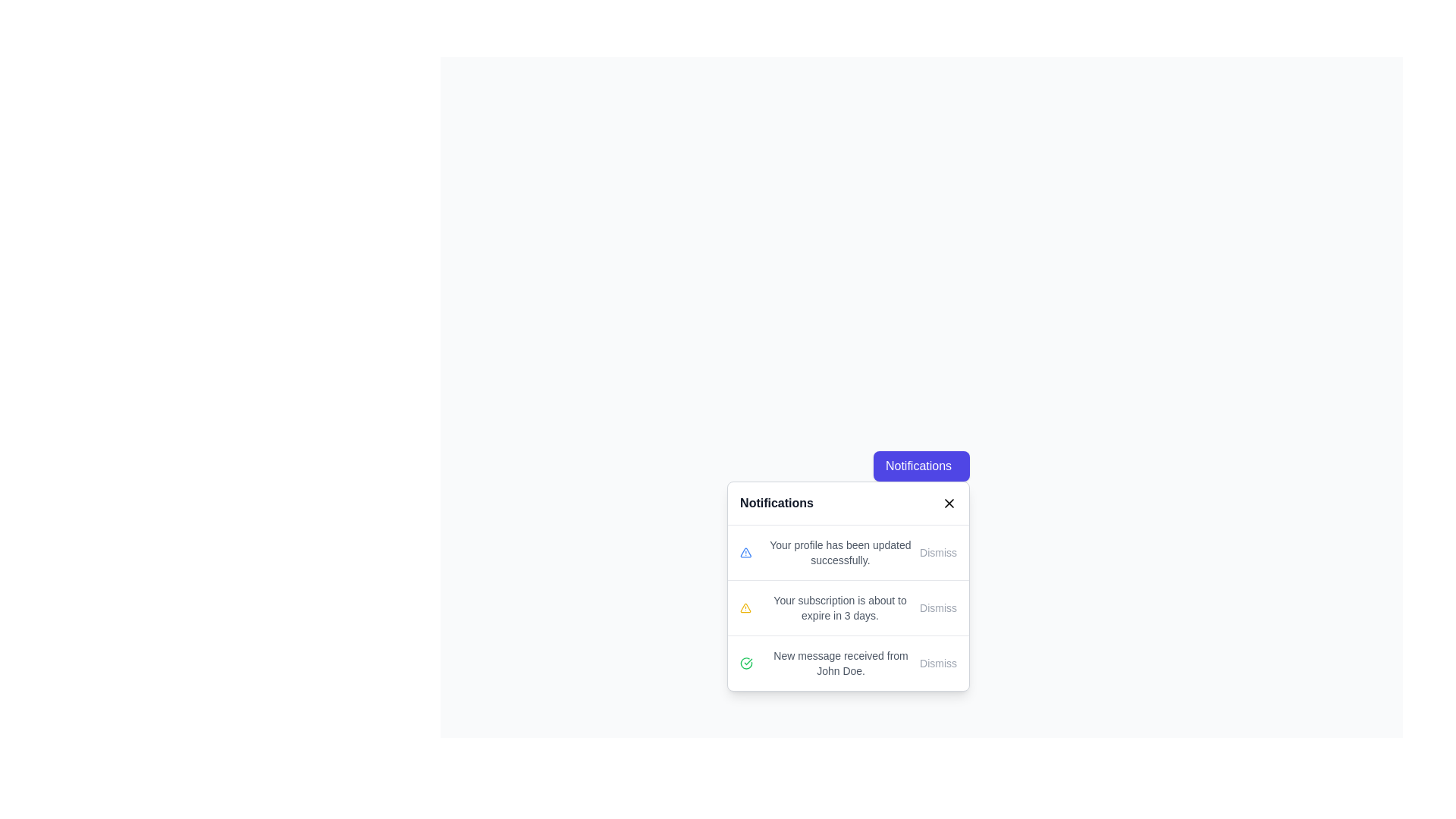 The image size is (1456, 819). Describe the element at coordinates (829, 607) in the screenshot. I see `the second contextual notification message which is styled with gray text and includes a yellow alert icon` at that location.